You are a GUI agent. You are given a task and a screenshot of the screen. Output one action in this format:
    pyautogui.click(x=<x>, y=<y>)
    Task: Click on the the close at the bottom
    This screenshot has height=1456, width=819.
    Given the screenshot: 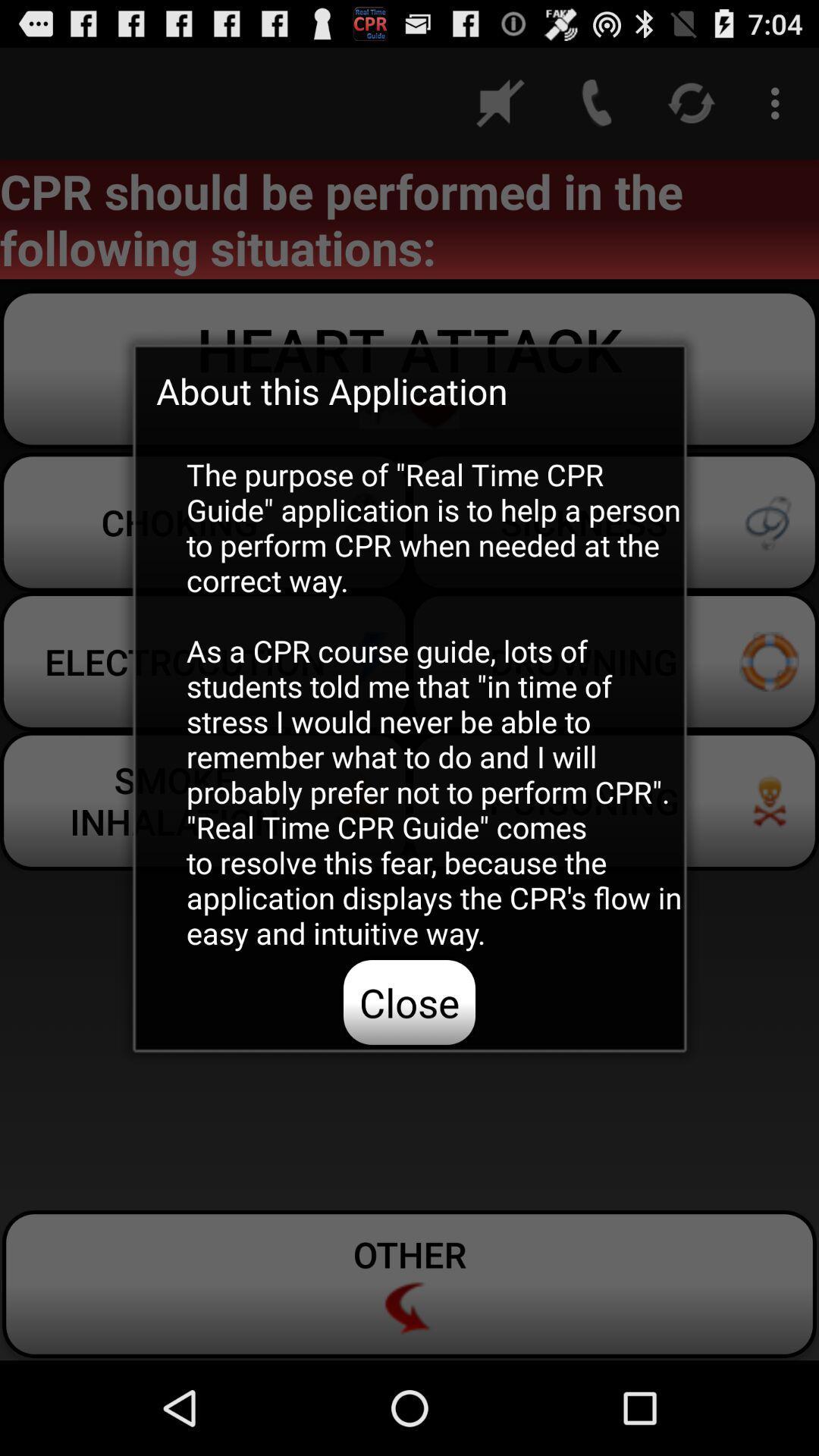 What is the action you would take?
    pyautogui.click(x=409, y=1002)
    